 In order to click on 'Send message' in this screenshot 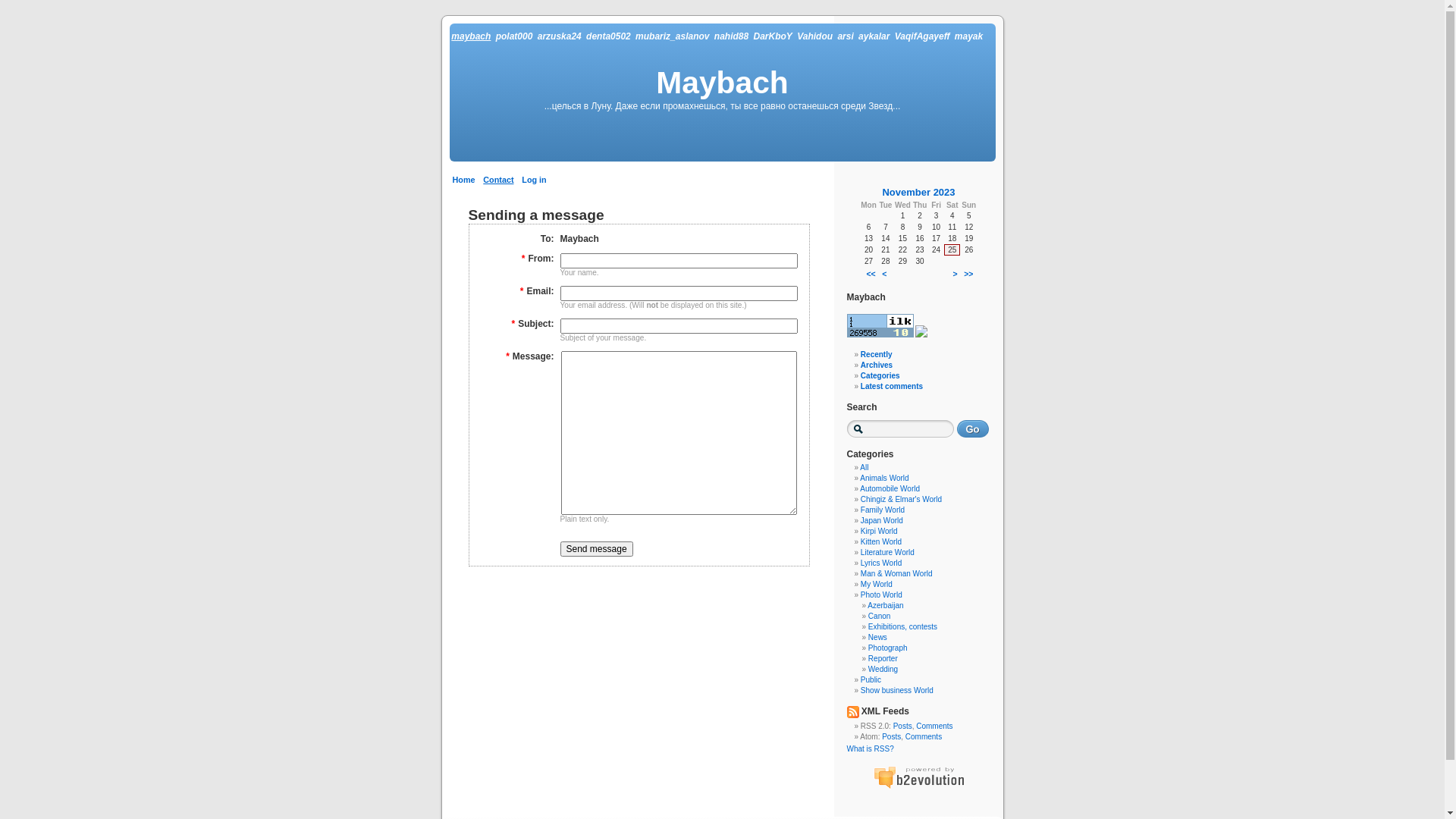, I will do `click(595, 549)`.